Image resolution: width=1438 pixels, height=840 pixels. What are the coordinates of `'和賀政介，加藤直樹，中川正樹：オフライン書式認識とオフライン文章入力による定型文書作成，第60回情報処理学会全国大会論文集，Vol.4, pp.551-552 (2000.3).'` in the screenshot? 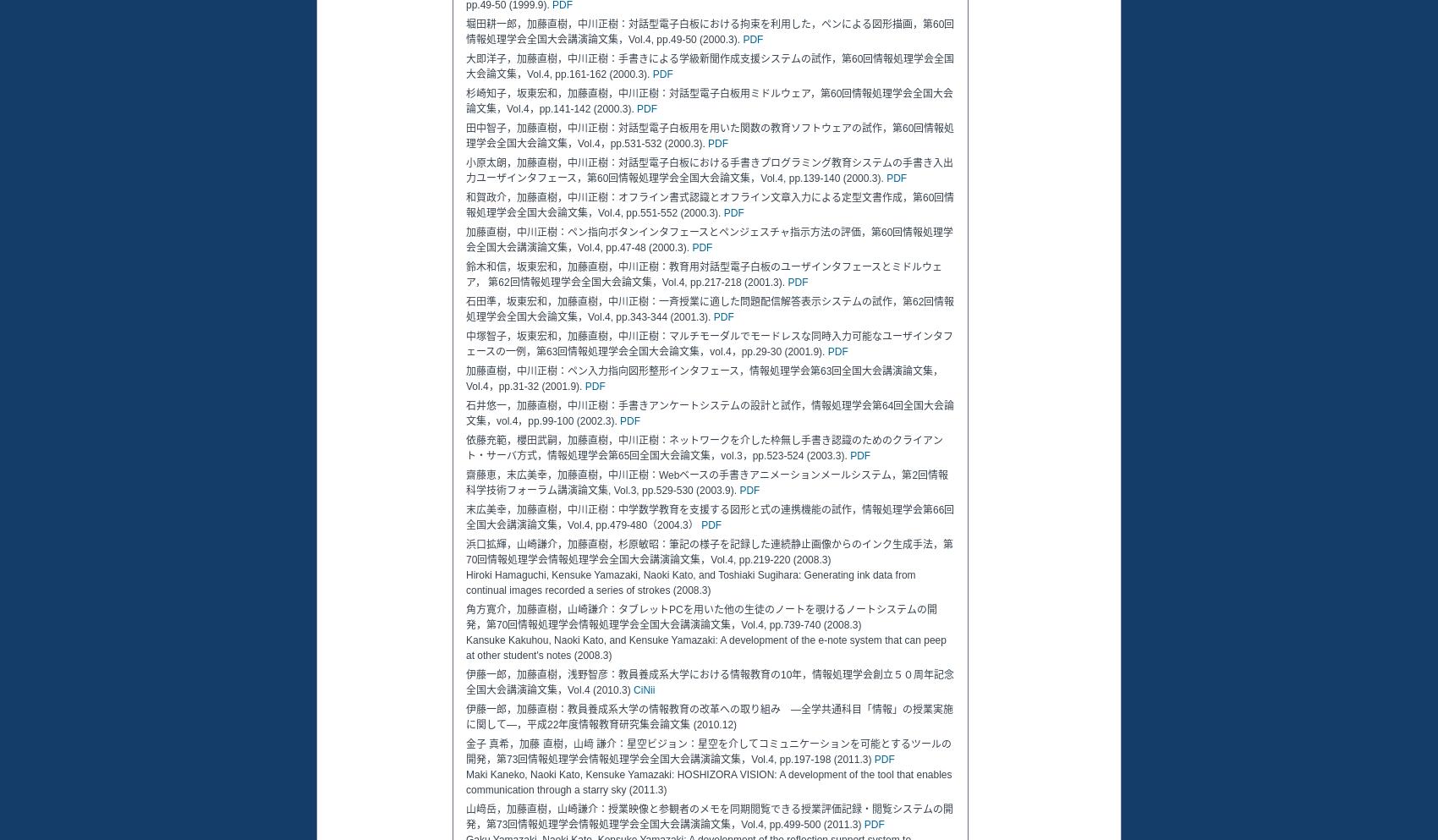 It's located at (709, 204).